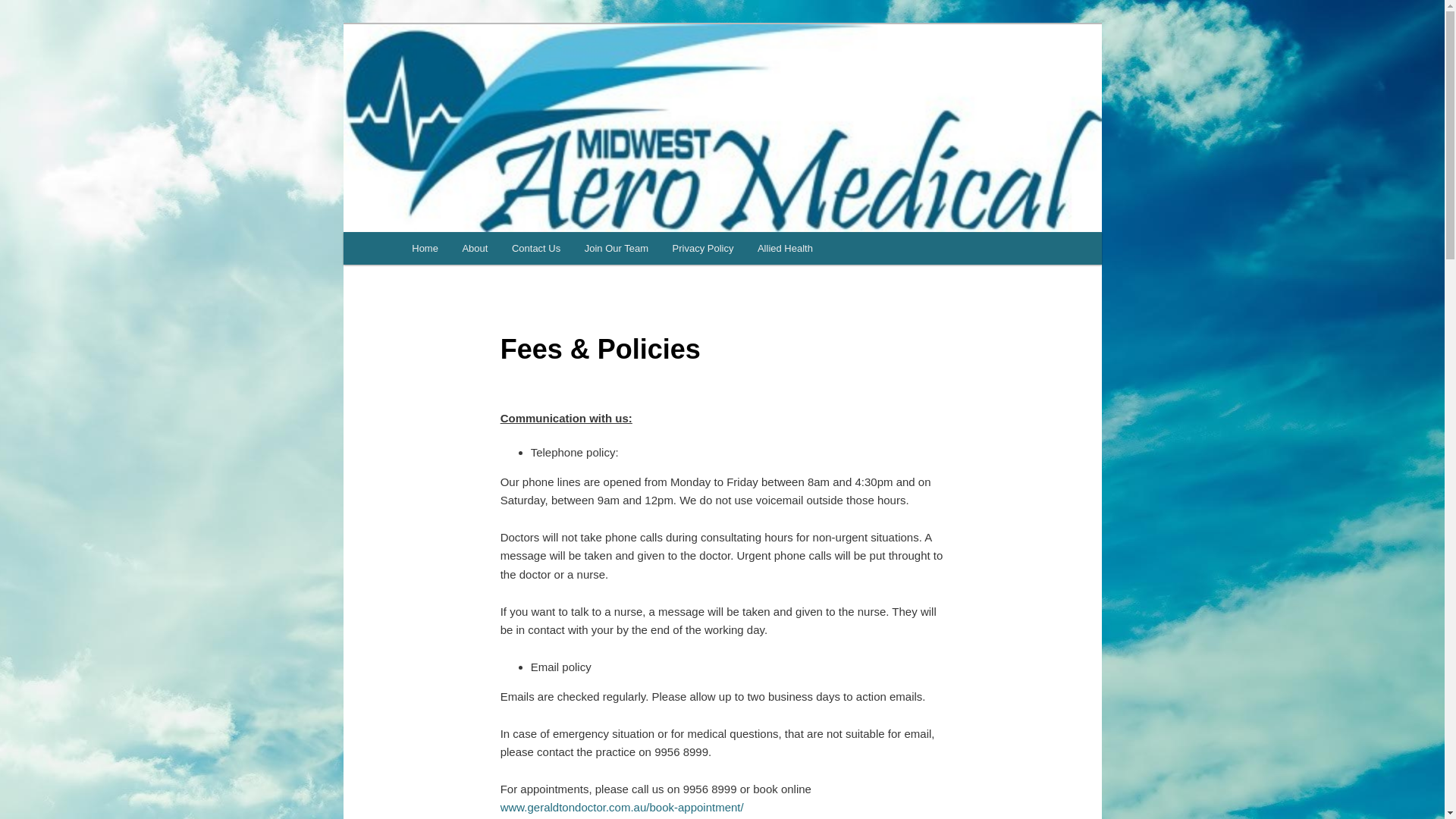  What do you see at coordinates (474, 247) in the screenshot?
I see `'About'` at bounding box center [474, 247].